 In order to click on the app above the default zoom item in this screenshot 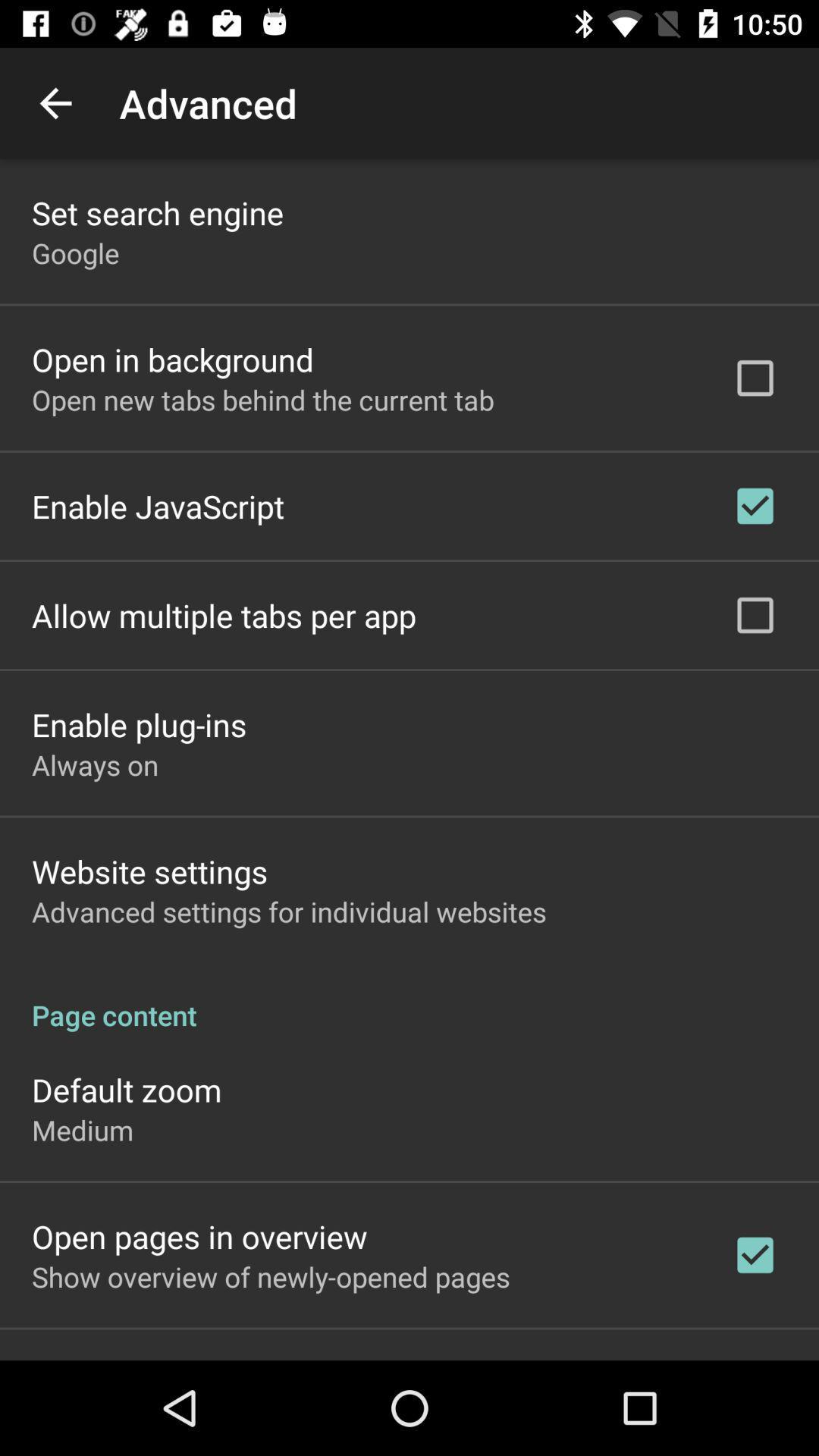, I will do `click(409, 999)`.